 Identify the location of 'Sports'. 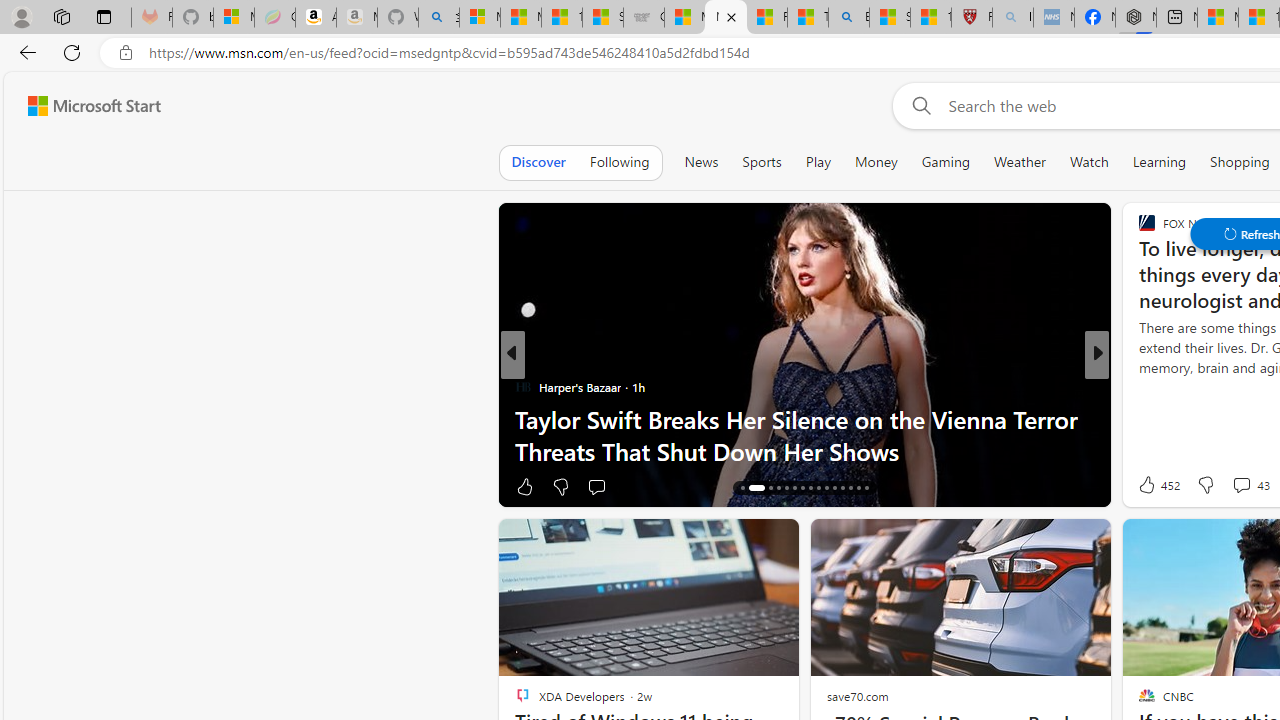
(760, 161).